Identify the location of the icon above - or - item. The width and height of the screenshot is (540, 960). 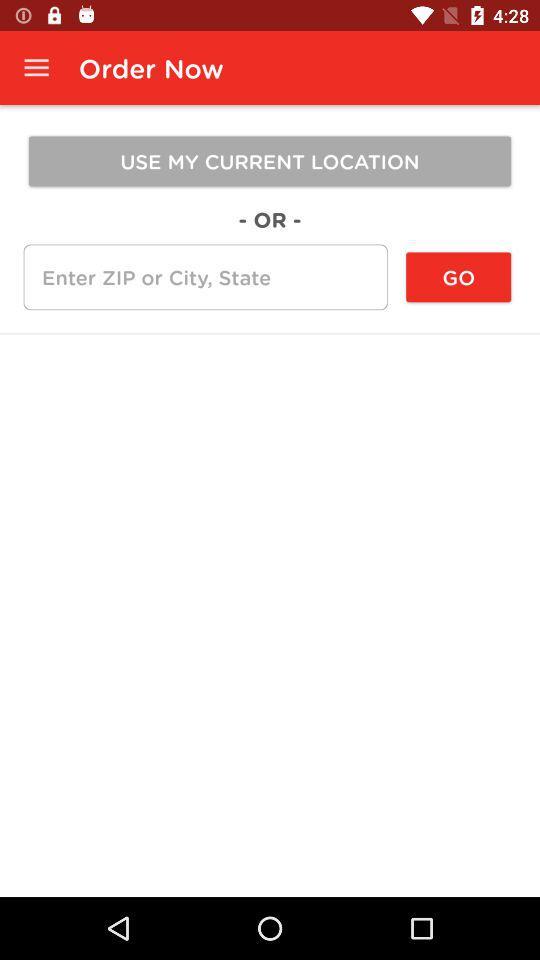
(270, 160).